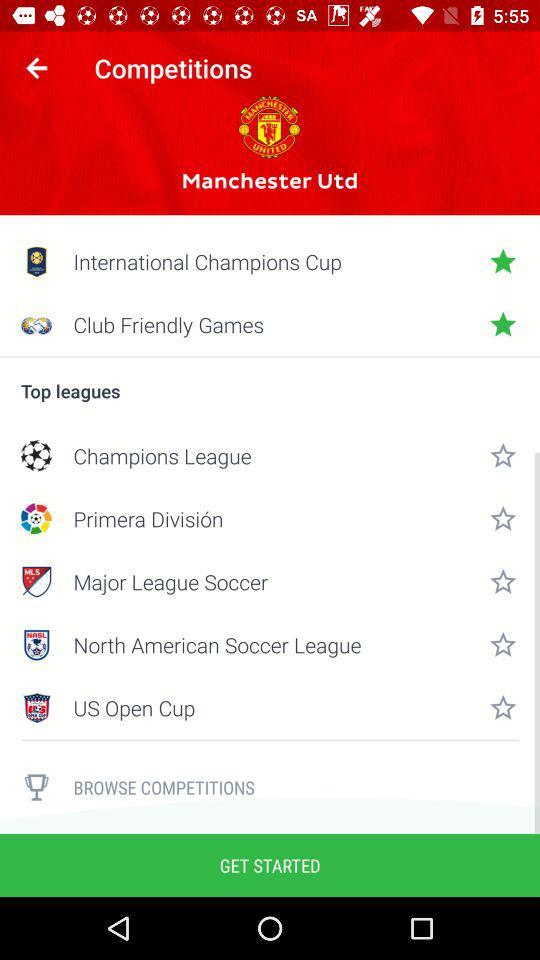 This screenshot has height=960, width=540. Describe the element at coordinates (270, 324) in the screenshot. I see `the club friendly games icon` at that location.